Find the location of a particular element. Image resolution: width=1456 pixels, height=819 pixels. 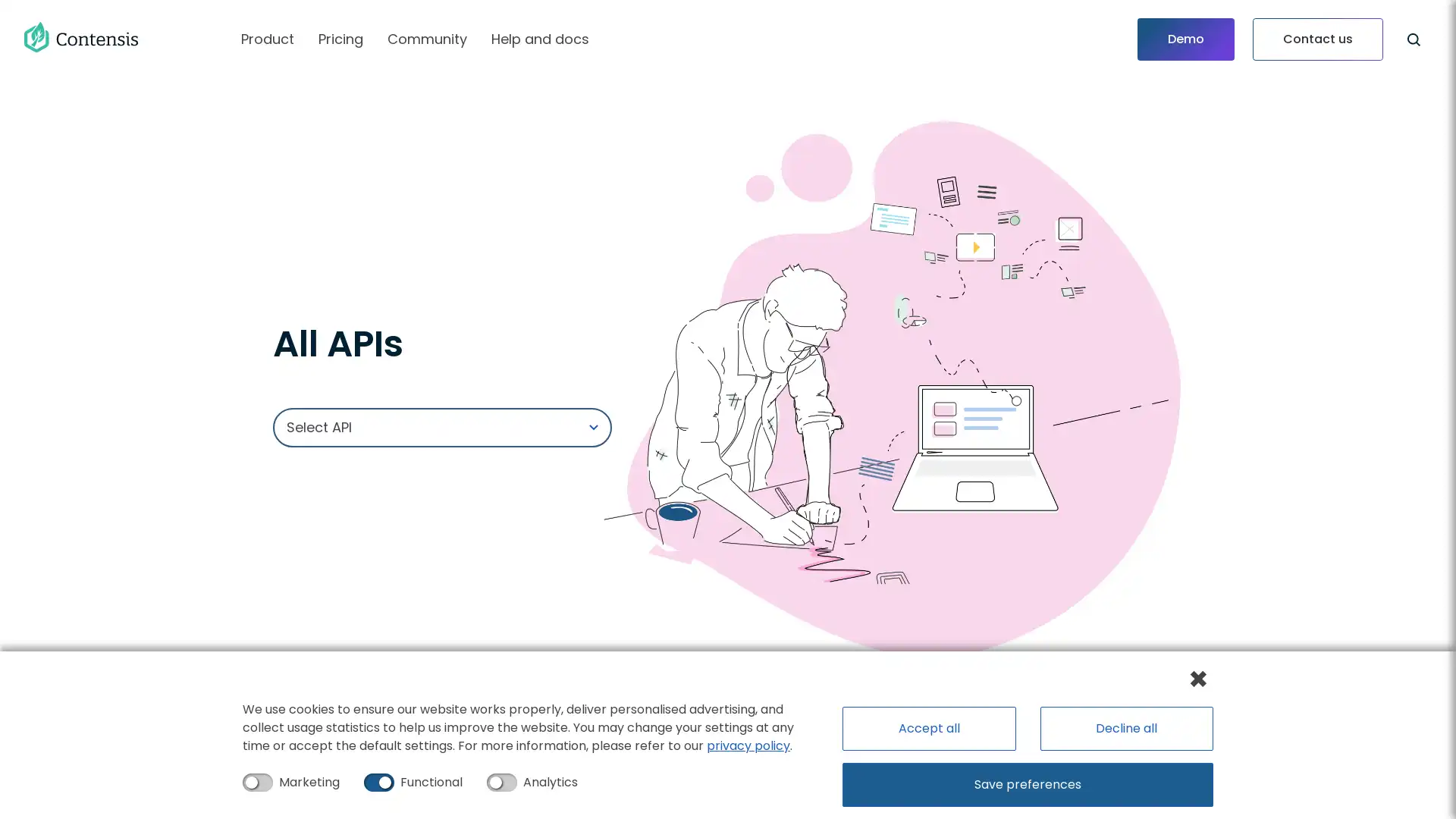

Save preferences is located at coordinates (1028, 784).